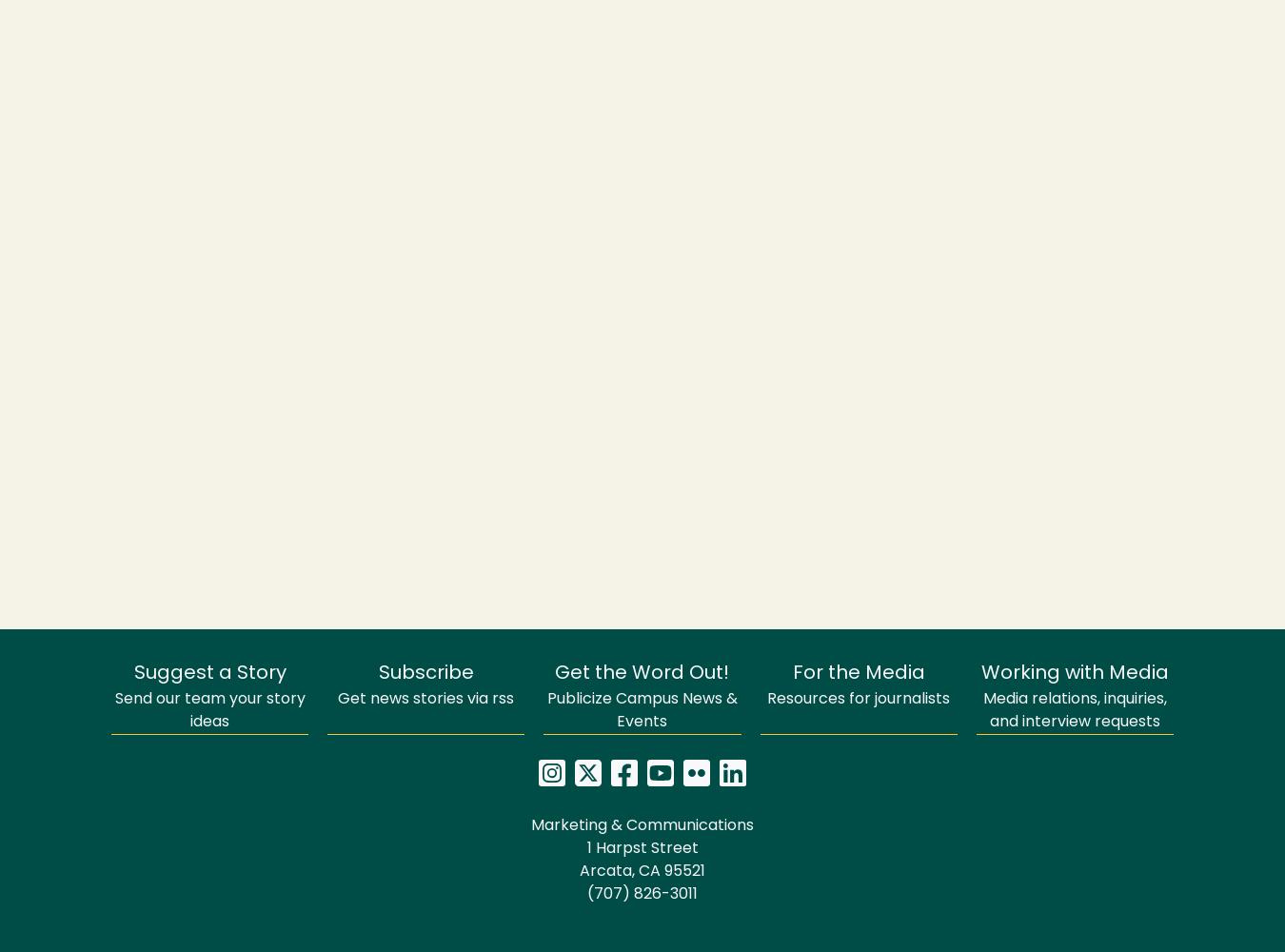 The height and width of the screenshot is (952, 1285). Describe the element at coordinates (209, 710) in the screenshot. I see `'Send our team your story ideas'` at that location.